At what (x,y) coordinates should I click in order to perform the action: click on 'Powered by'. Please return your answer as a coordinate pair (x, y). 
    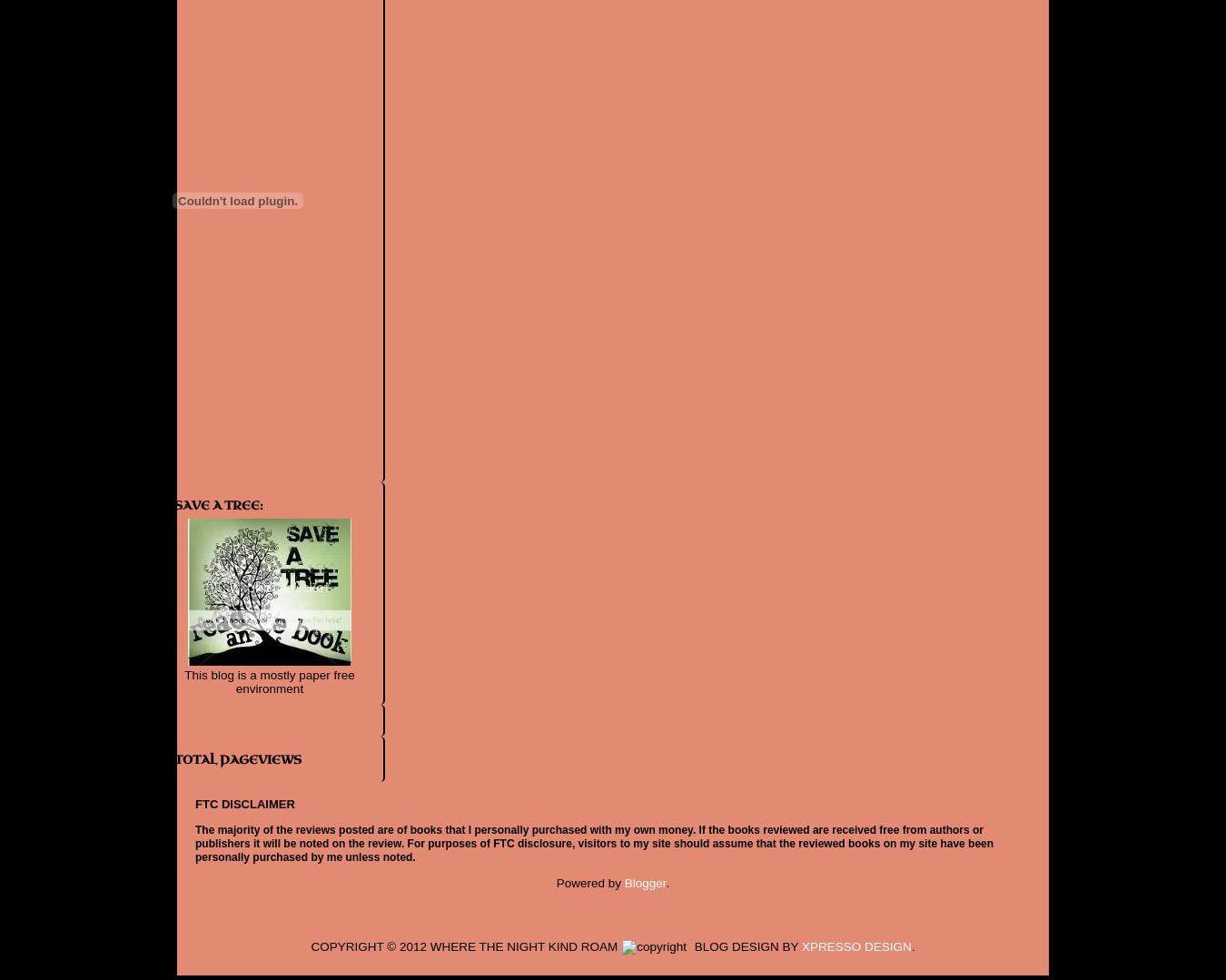
    Looking at the image, I should click on (589, 881).